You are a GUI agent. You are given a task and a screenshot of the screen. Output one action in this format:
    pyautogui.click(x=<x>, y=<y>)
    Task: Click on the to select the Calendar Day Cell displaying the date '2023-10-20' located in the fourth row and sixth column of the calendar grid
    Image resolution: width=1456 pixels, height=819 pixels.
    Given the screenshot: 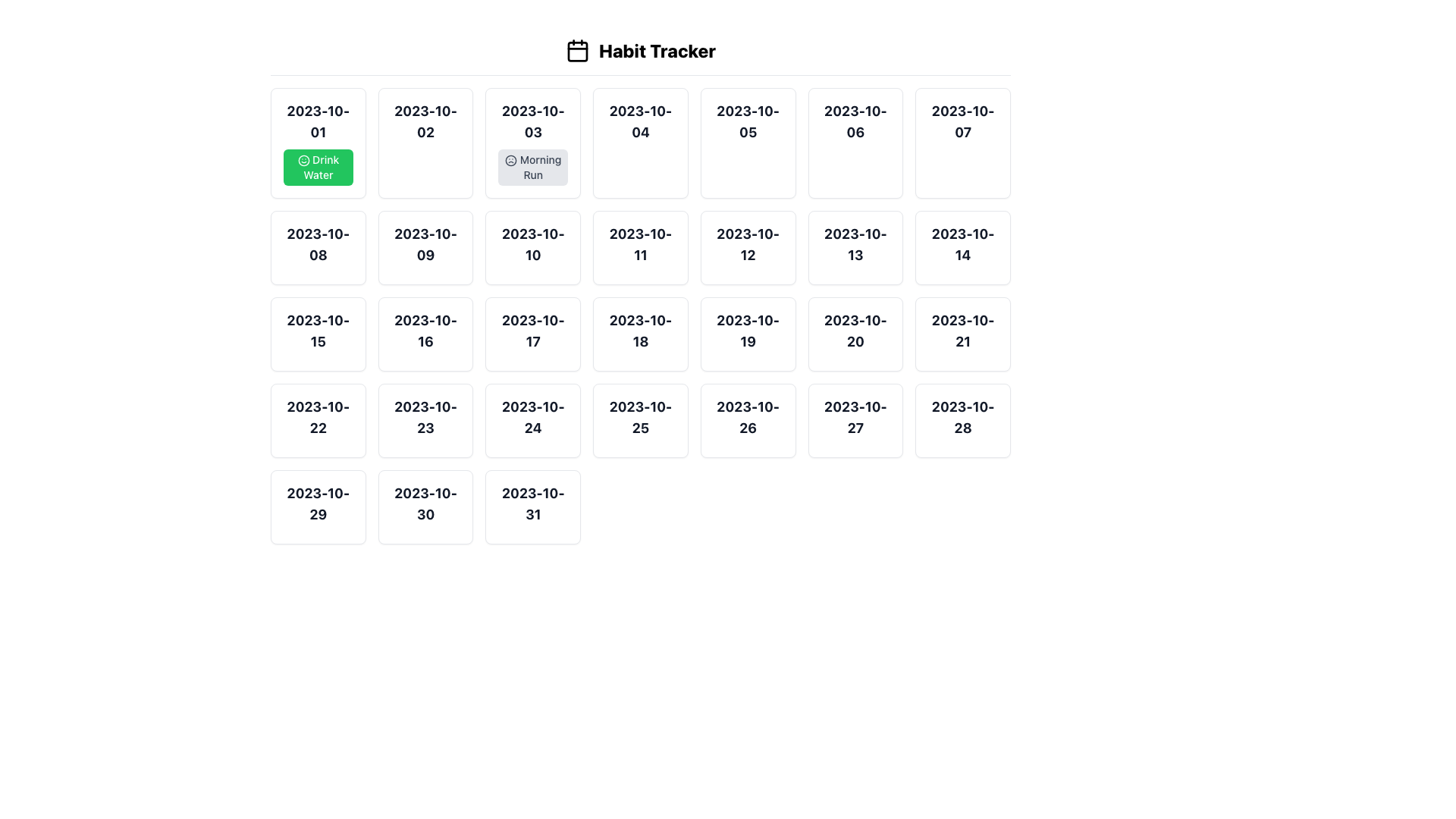 What is the action you would take?
    pyautogui.click(x=855, y=333)
    